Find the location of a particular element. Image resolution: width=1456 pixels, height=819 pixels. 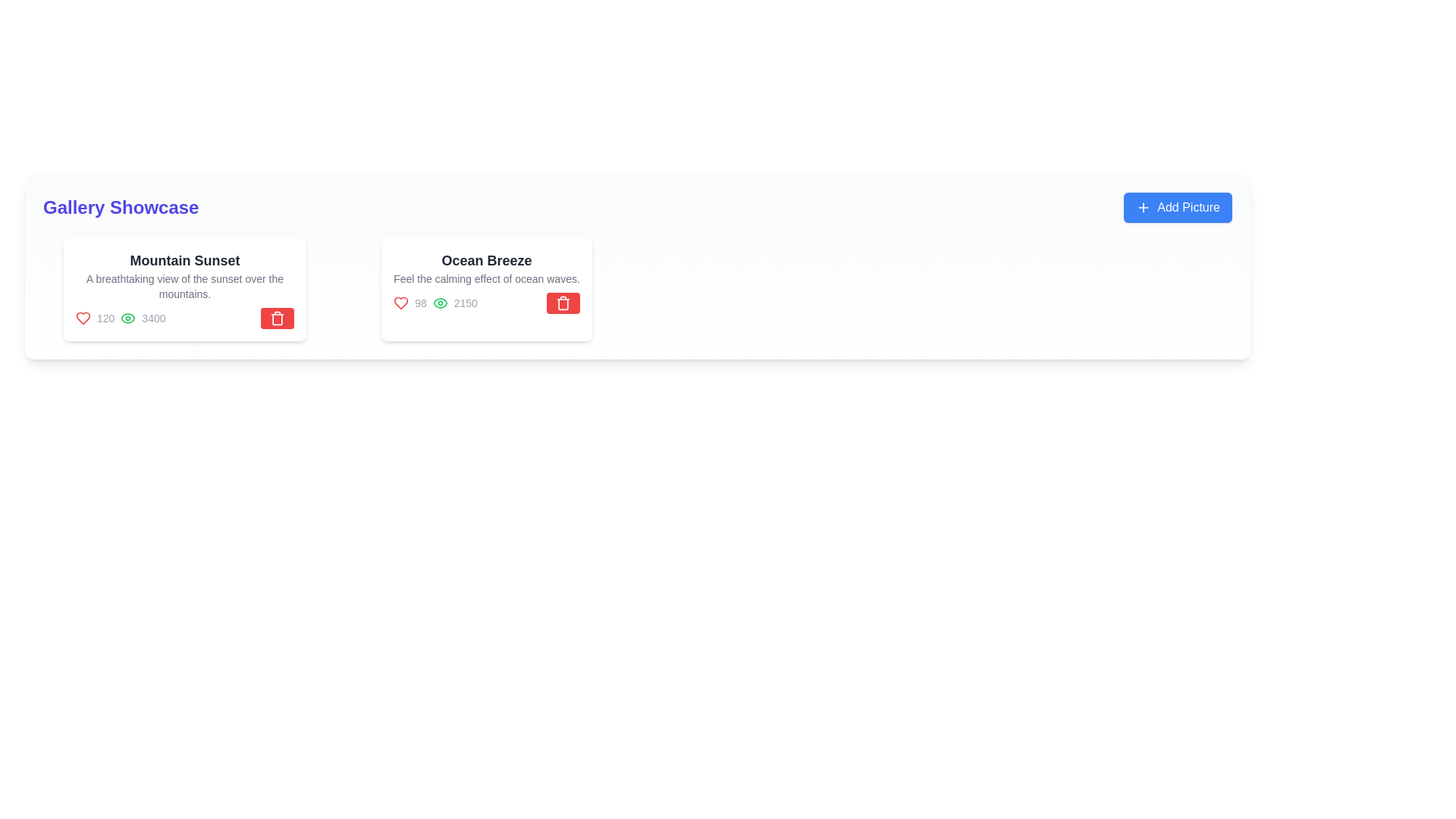

the large bold text label displaying 'Gallery Showcase' in deep indigo located at the top-left corner of the page header is located at coordinates (120, 207).